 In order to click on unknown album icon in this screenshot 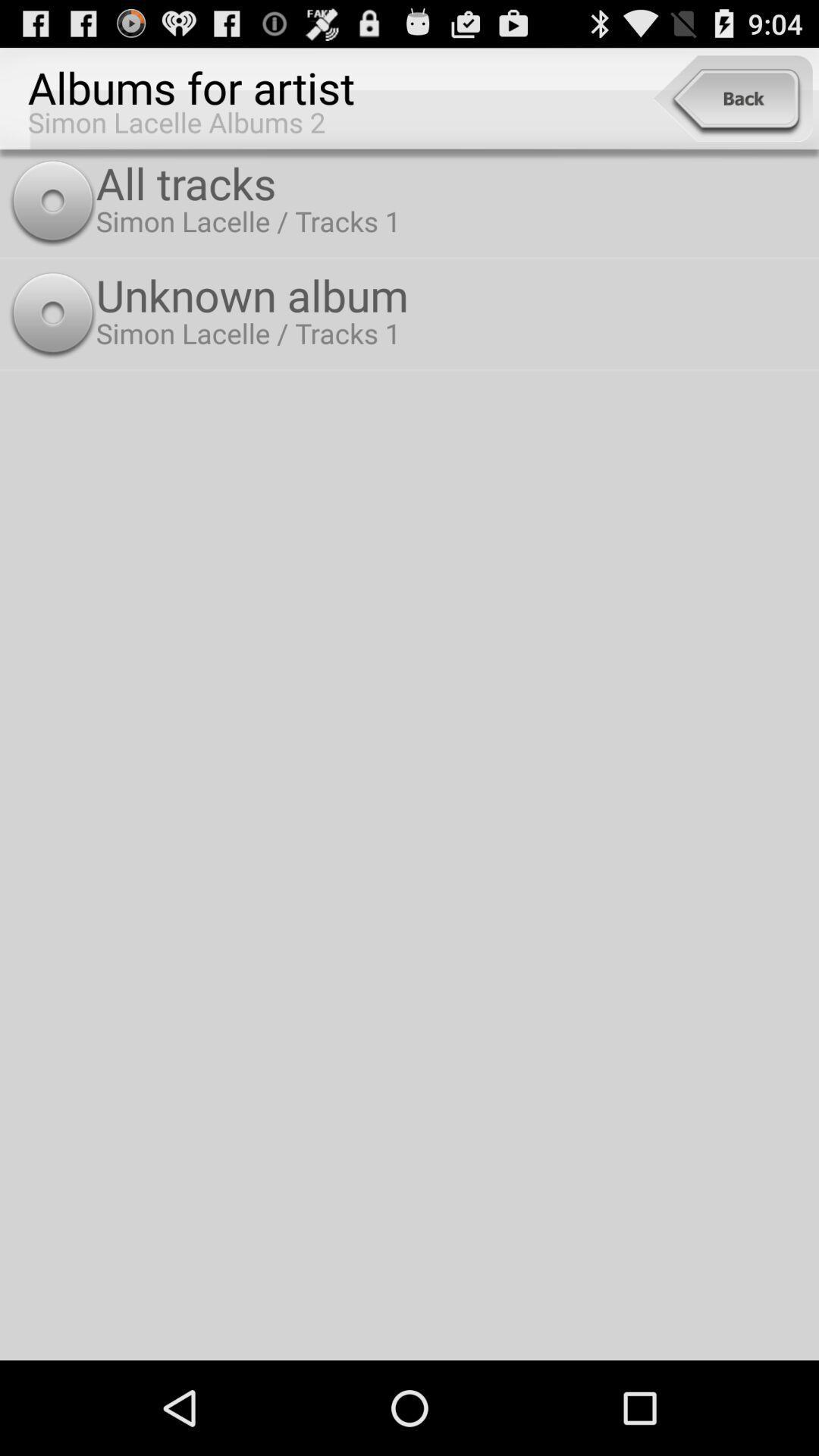, I will do `click(453, 294)`.